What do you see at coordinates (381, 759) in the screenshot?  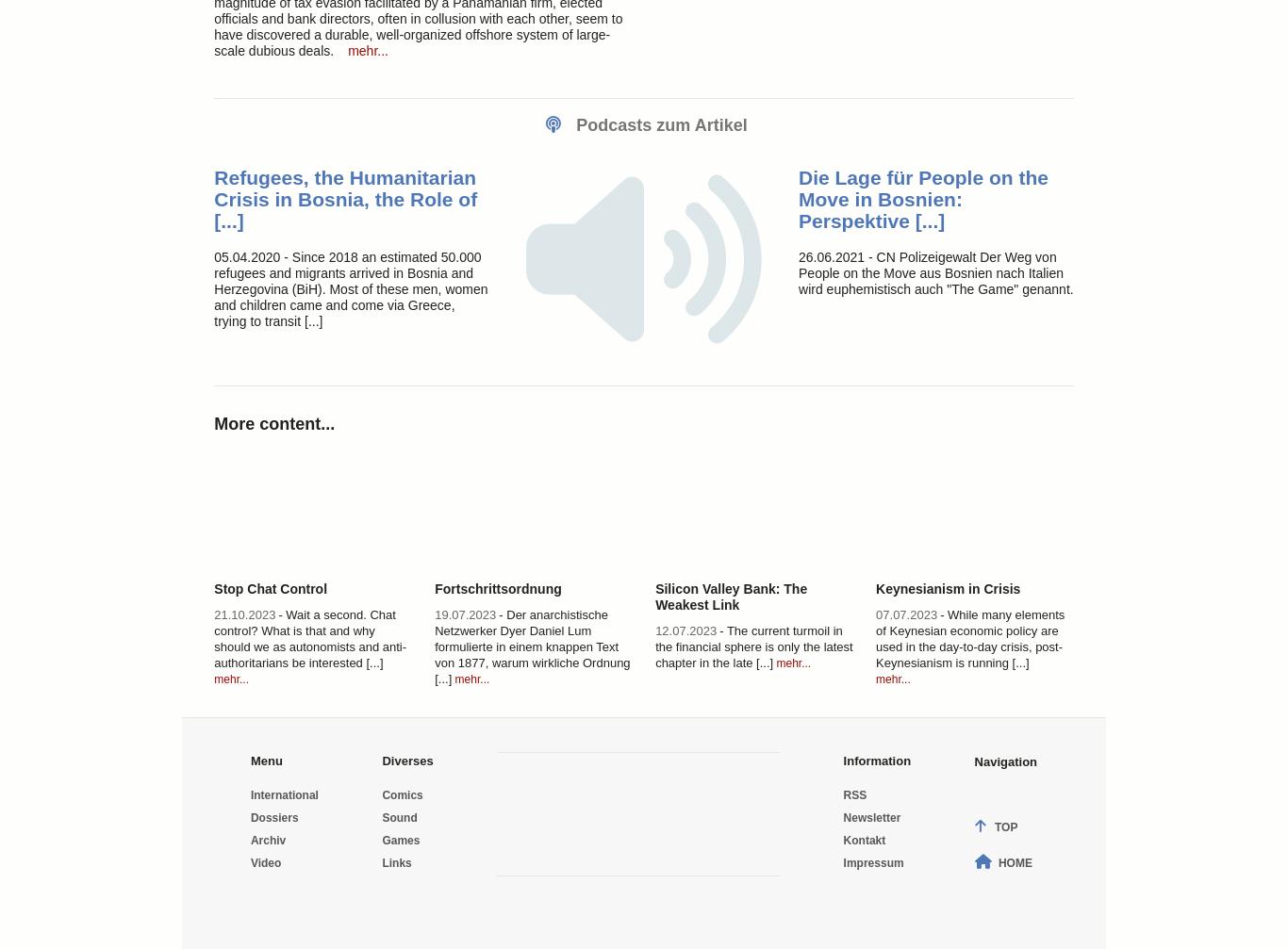 I see `'Diverses'` at bounding box center [381, 759].